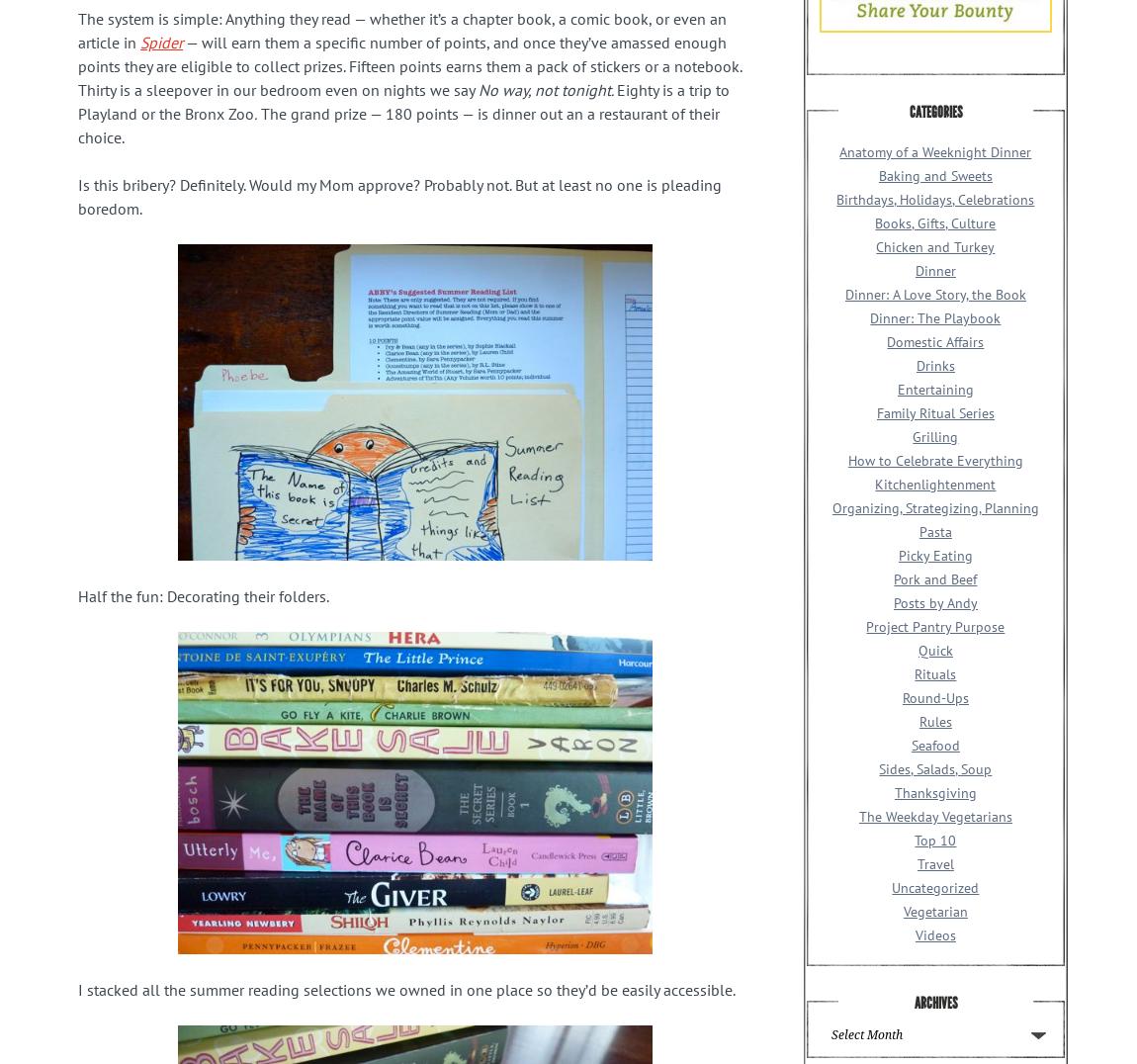  What do you see at coordinates (934, 246) in the screenshot?
I see `'Chicken and Turkey'` at bounding box center [934, 246].